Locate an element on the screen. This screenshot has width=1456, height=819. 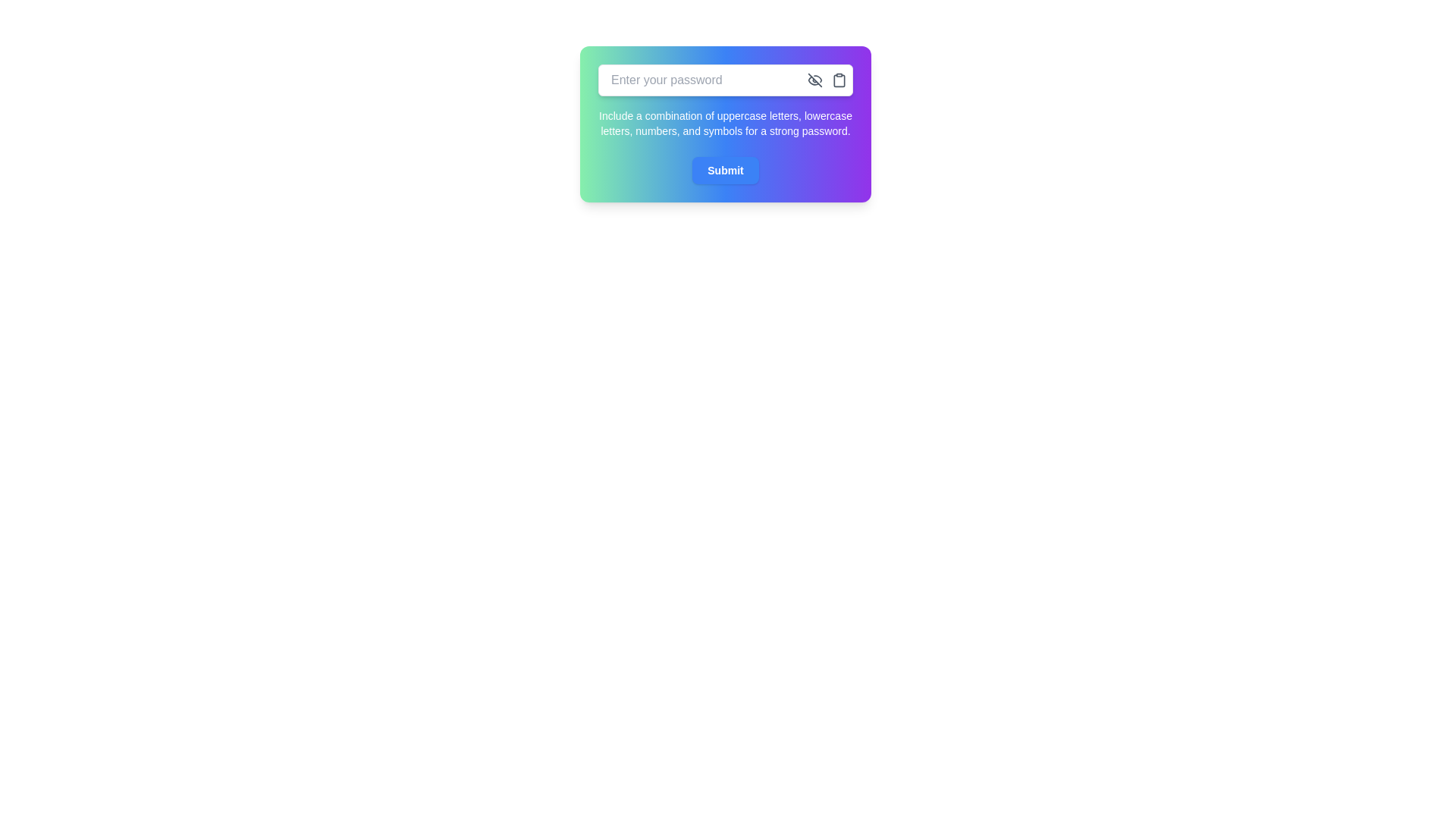
text content of the Text block displaying a multicolored gradient background, which suggests using a combination of uppercase and lowercase letters, numbers, and symbols for generating a strong password is located at coordinates (724, 124).